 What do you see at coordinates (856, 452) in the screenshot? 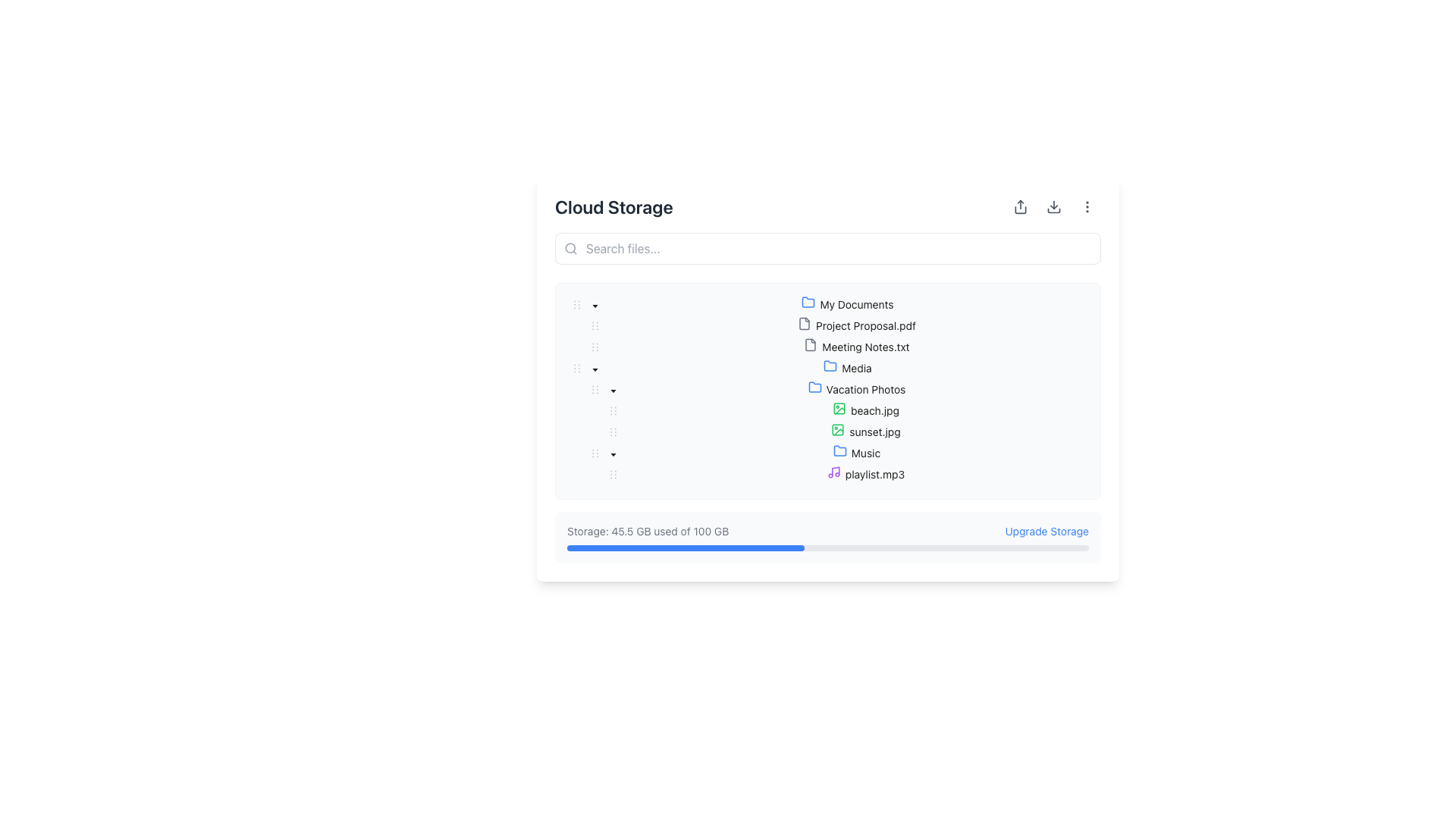
I see `on the 'Music' folder in the tree view structure located under 'Vacation Photos' and 'Media'` at bounding box center [856, 452].